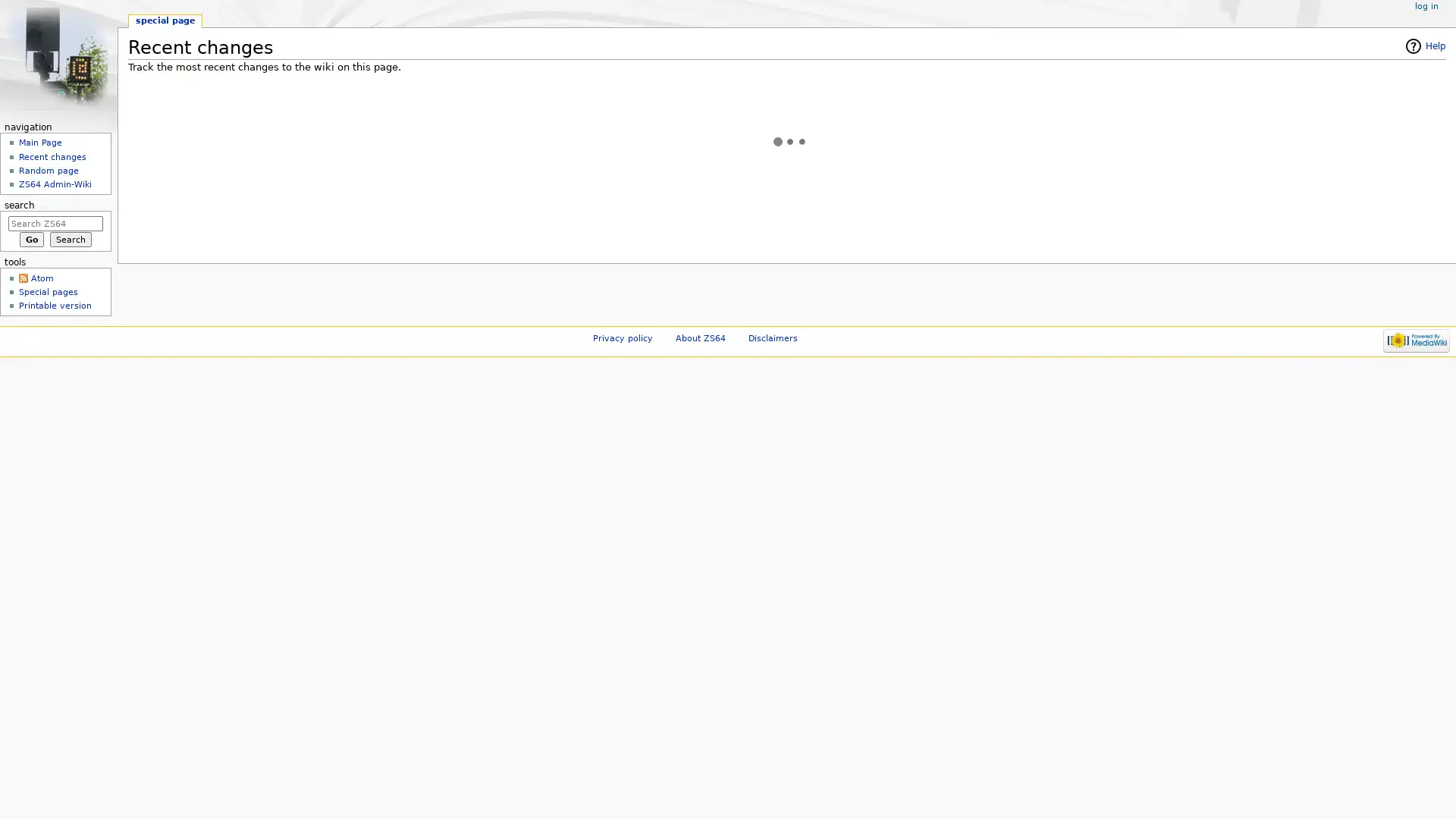  Describe the element at coordinates (31, 239) in the screenshot. I see `Go` at that location.